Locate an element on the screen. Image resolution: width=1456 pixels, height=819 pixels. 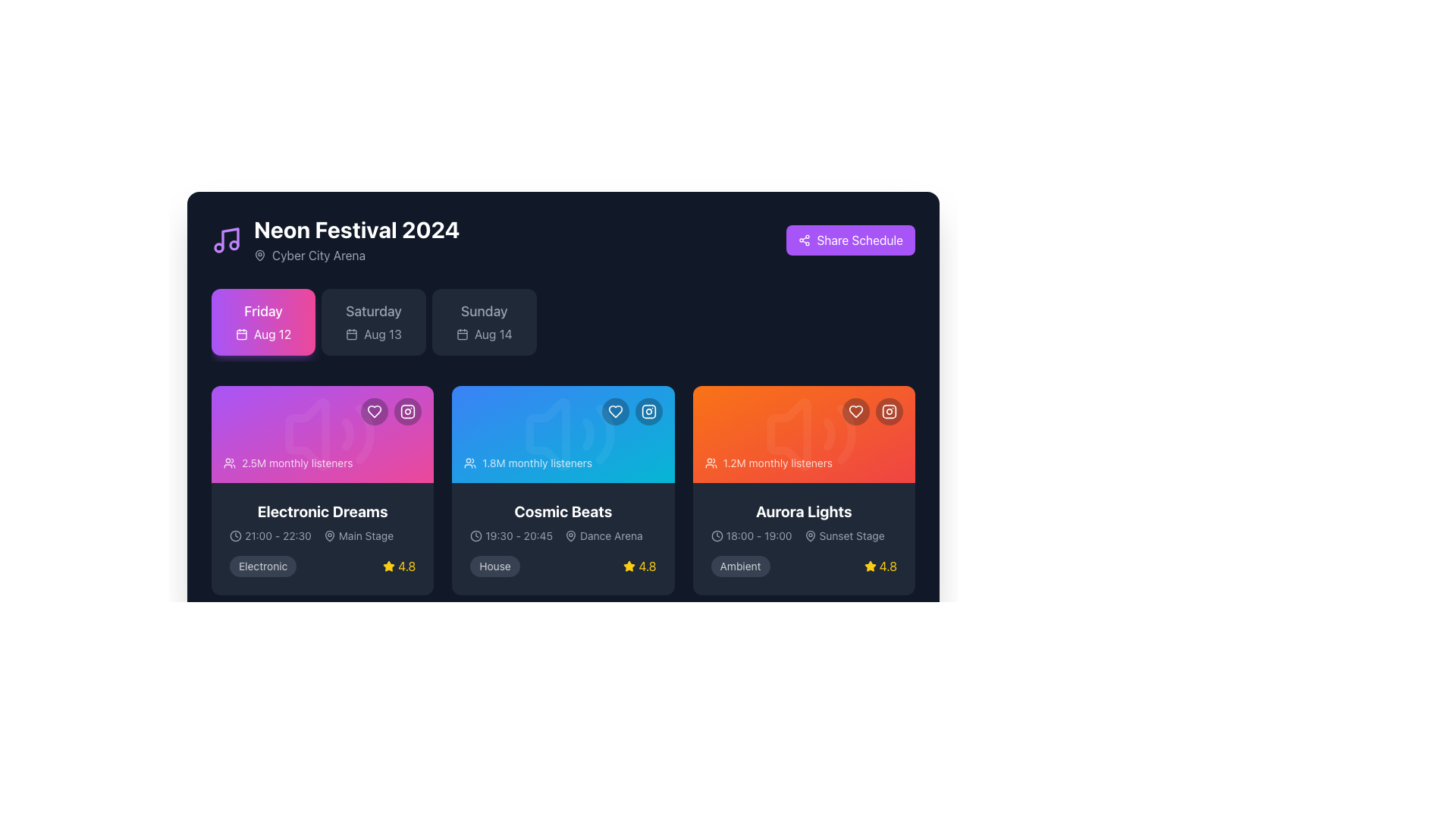
the Text and Icon Composite displaying 'Neon Festival 2024' and 'Cyber City Arena' with a purple music note icon on the left is located at coordinates (334, 239).